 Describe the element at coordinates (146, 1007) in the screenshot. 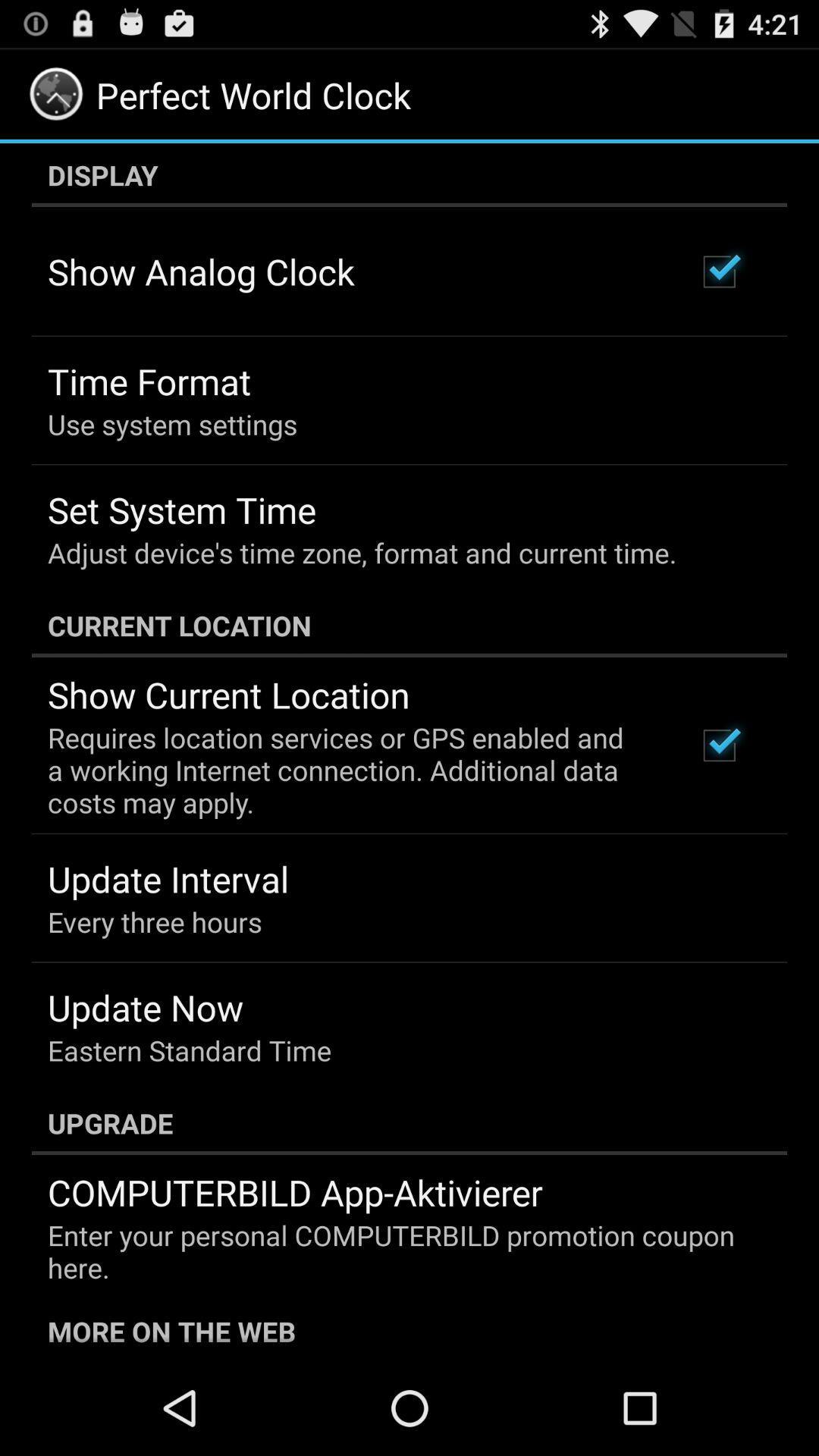

I see `the icon above eastern standard time item` at that location.